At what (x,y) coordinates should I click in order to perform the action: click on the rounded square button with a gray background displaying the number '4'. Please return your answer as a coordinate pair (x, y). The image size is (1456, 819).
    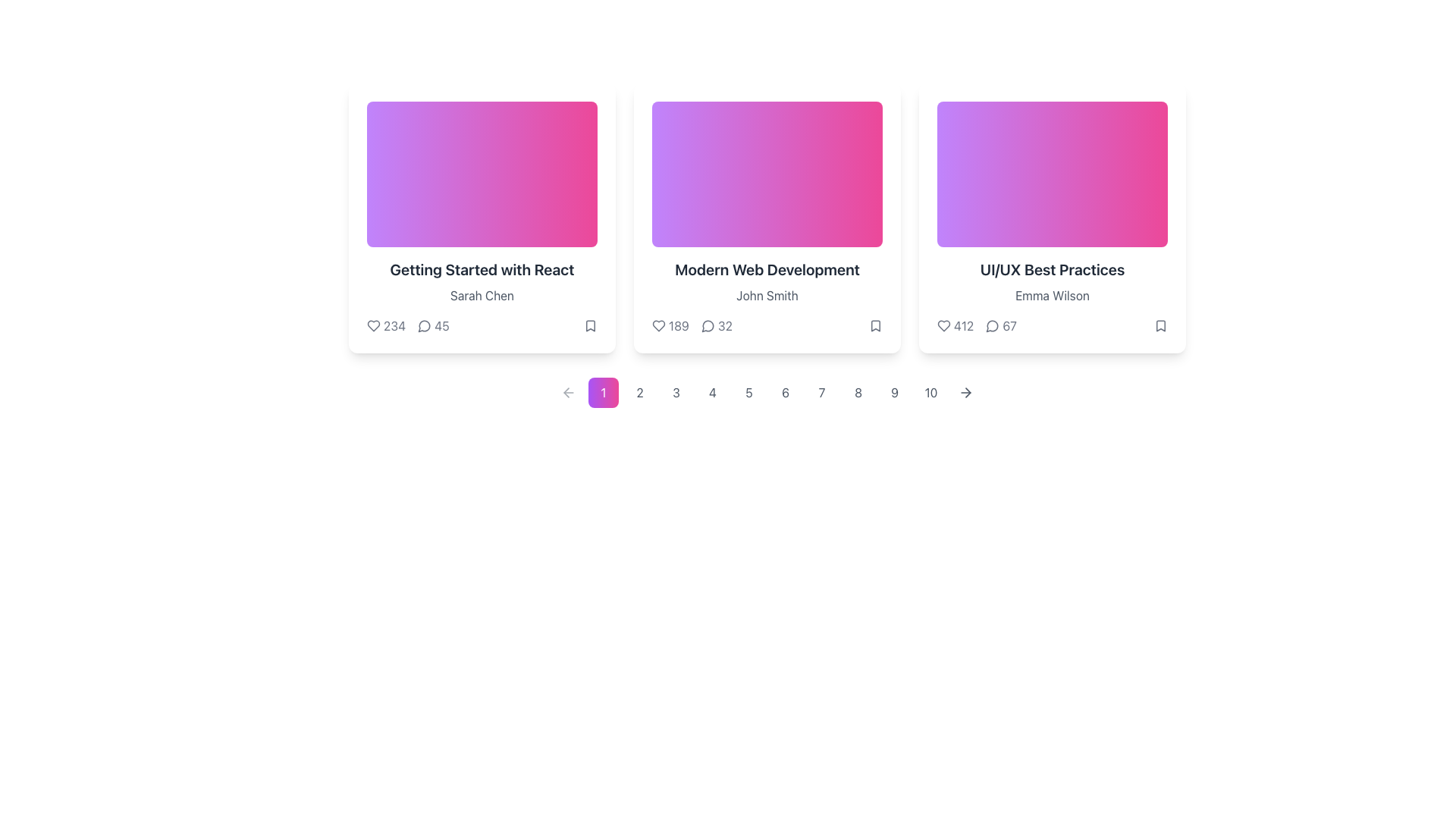
    Looking at the image, I should click on (712, 391).